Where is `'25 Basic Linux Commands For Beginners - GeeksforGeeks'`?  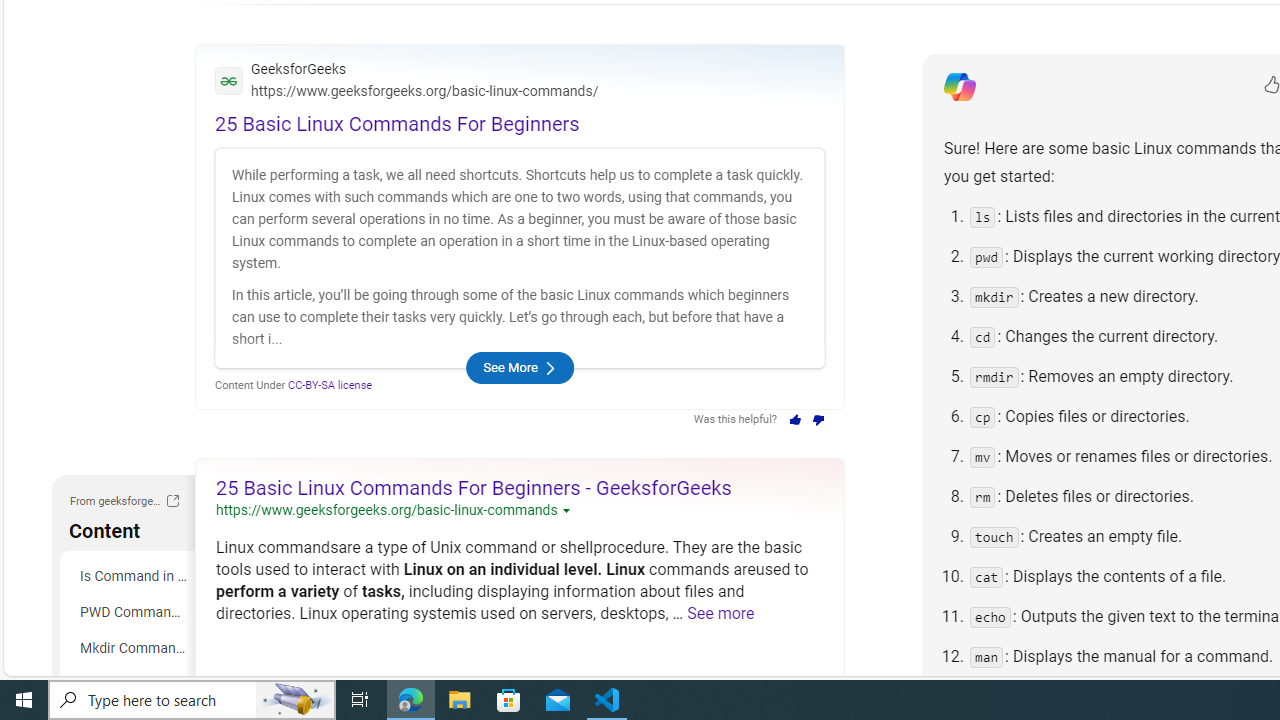
'25 Basic Linux Commands For Beginners - GeeksforGeeks' is located at coordinates (473, 487).